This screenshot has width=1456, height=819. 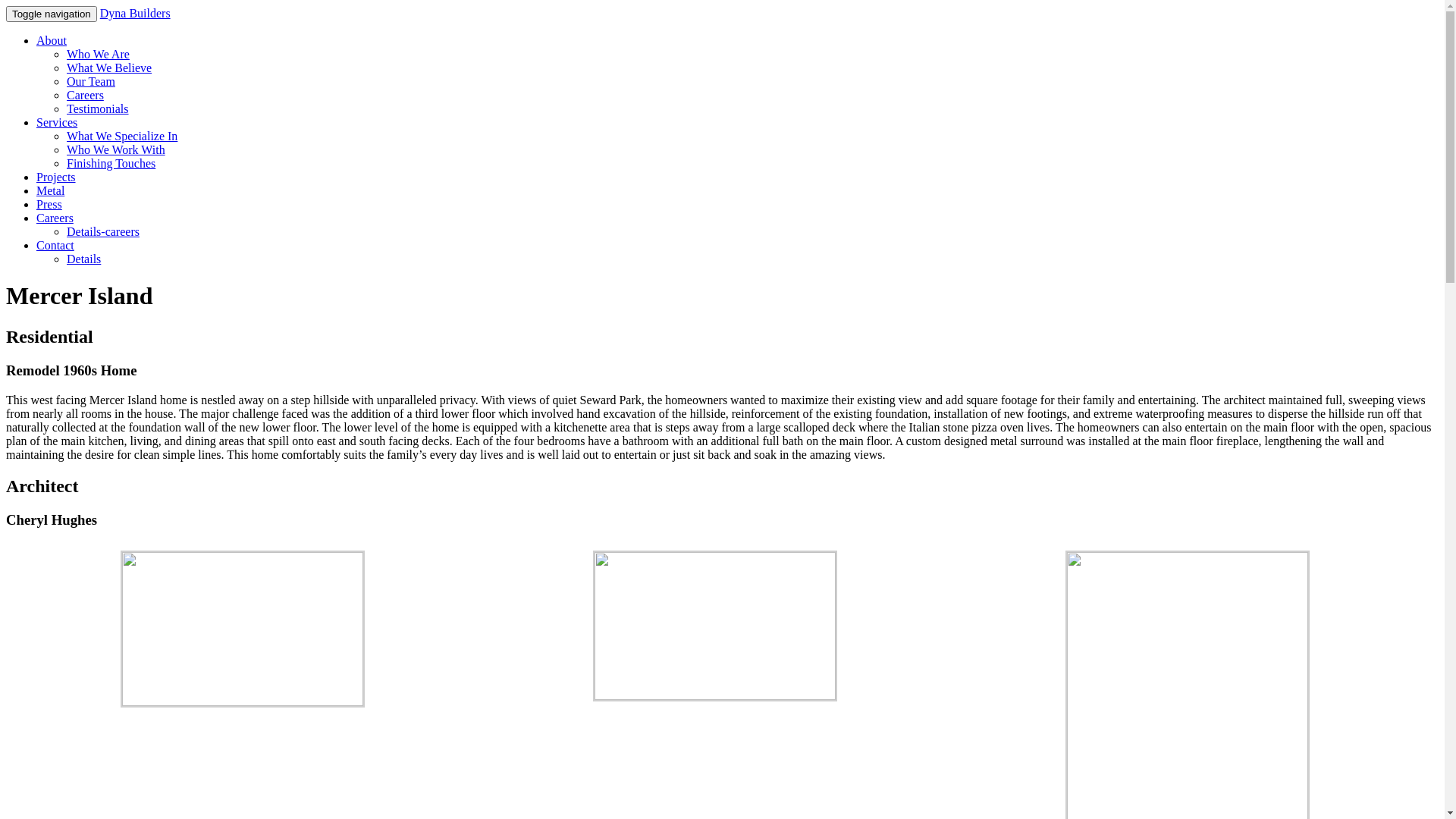 What do you see at coordinates (83, 258) in the screenshot?
I see `'Details'` at bounding box center [83, 258].